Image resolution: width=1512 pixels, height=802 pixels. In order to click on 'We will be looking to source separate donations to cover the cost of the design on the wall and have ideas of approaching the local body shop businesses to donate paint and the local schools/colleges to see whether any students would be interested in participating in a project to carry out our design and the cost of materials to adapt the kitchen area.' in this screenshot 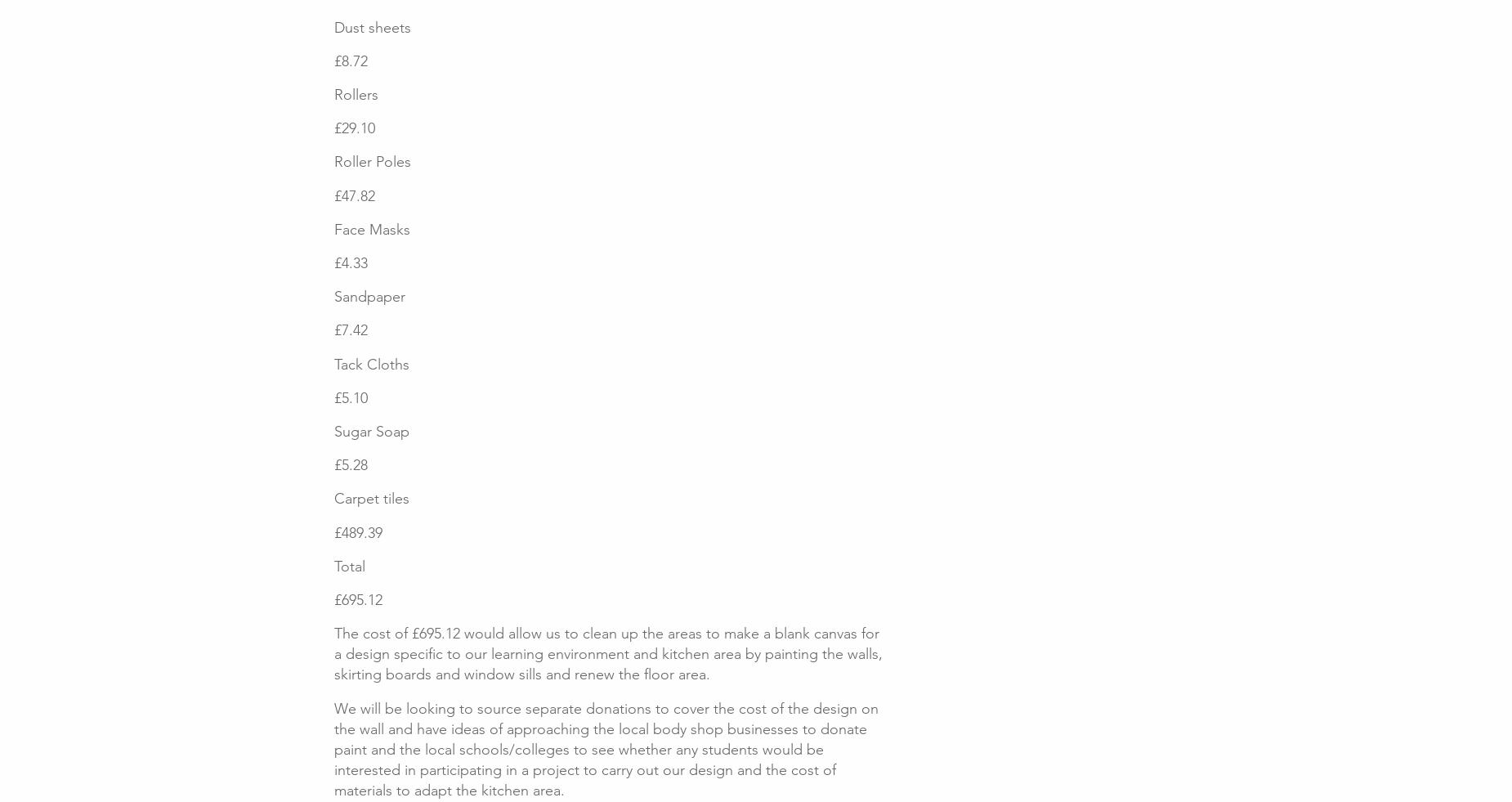, I will do `click(606, 749)`.